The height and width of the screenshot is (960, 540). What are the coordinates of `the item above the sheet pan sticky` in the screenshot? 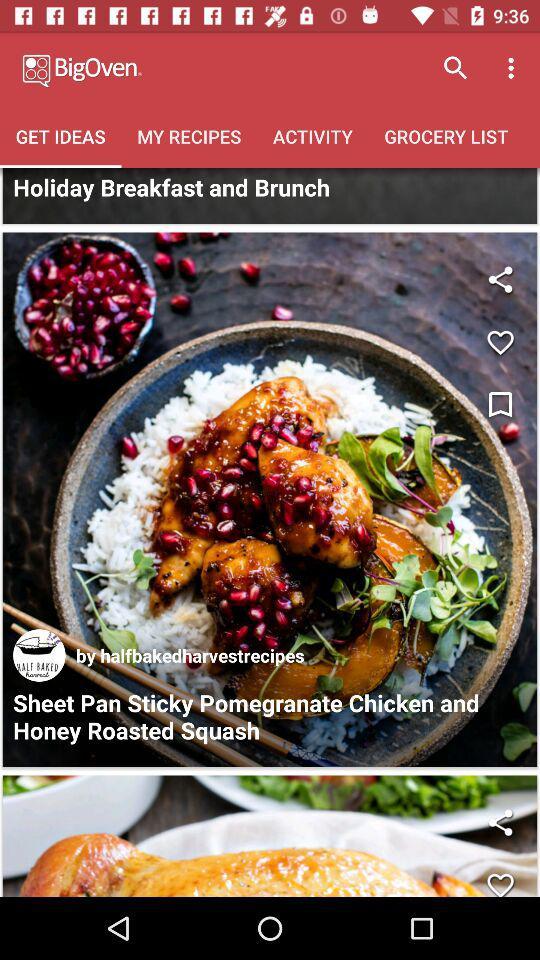 It's located at (190, 654).